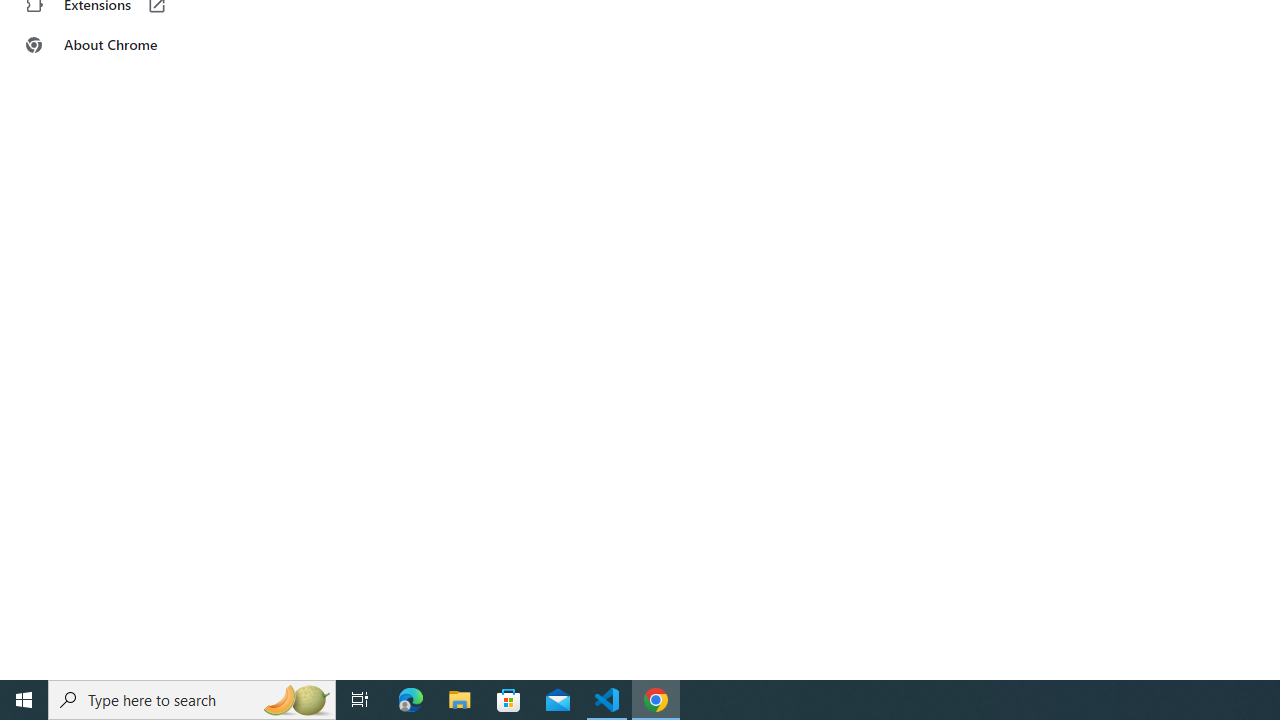 The width and height of the screenshot is (1280, 720). What do you see at coordinates (509, 698) in the screenshot?
I see `'Microsoft Store'` at bounding box center [509, 698].